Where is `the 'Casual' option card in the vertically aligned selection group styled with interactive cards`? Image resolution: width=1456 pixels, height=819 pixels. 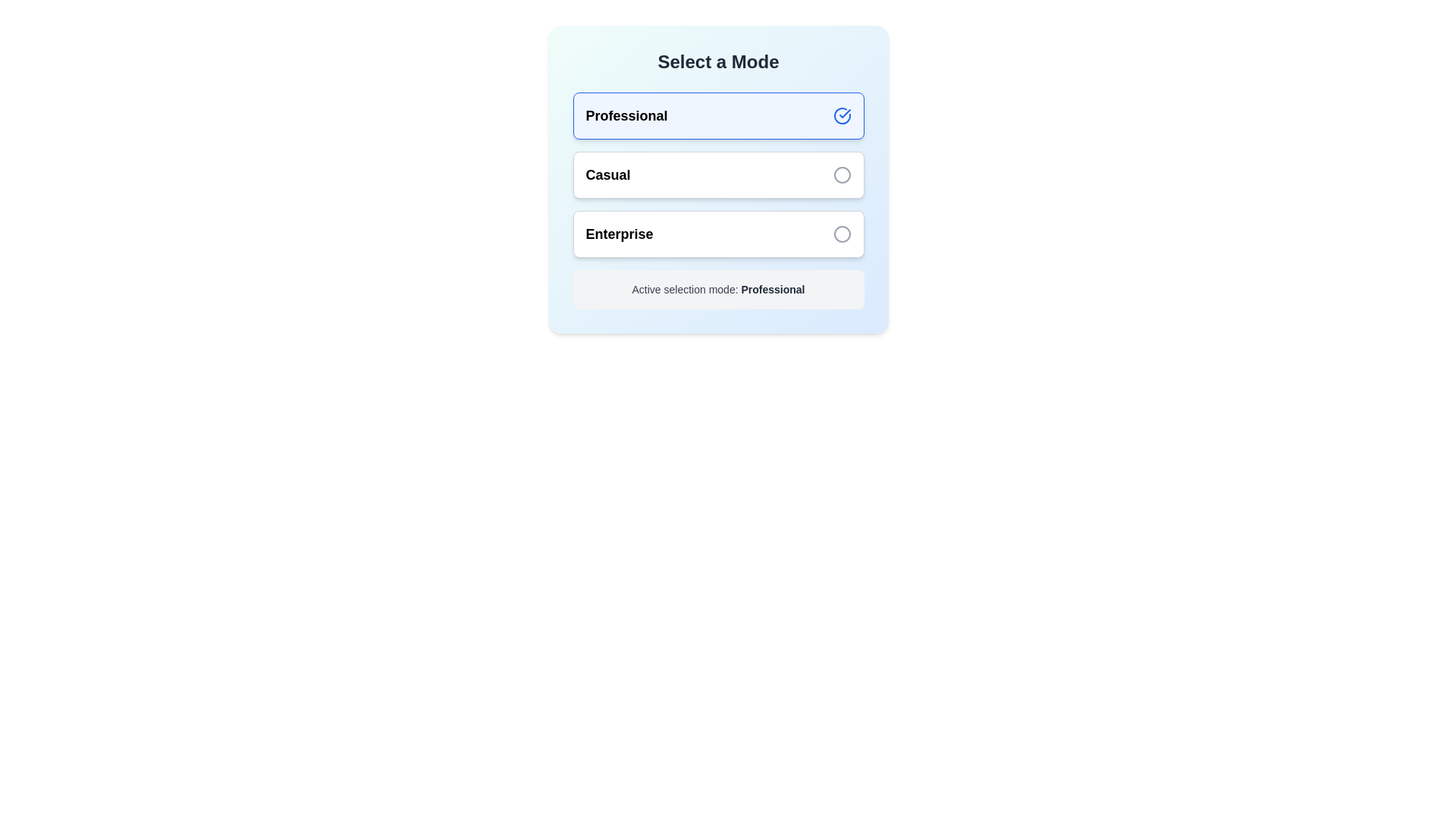 the 'Casual' option card in the vertically aligned selection group styled with interactive cards is located at coordinates (717, 200).